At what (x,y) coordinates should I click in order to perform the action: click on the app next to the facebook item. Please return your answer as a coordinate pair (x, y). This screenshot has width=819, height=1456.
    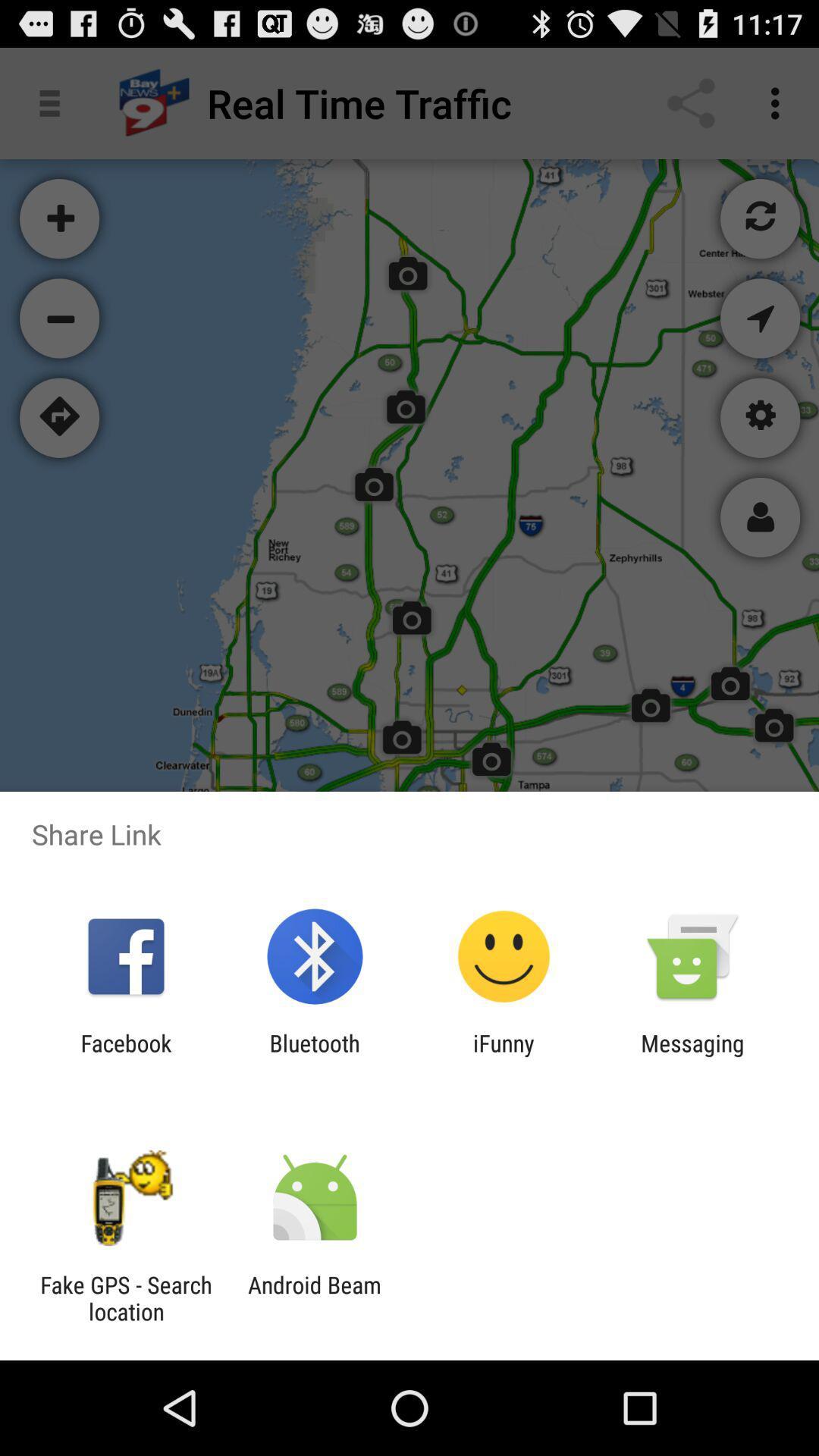
    Looking at the image, I should click on (314, 1056).